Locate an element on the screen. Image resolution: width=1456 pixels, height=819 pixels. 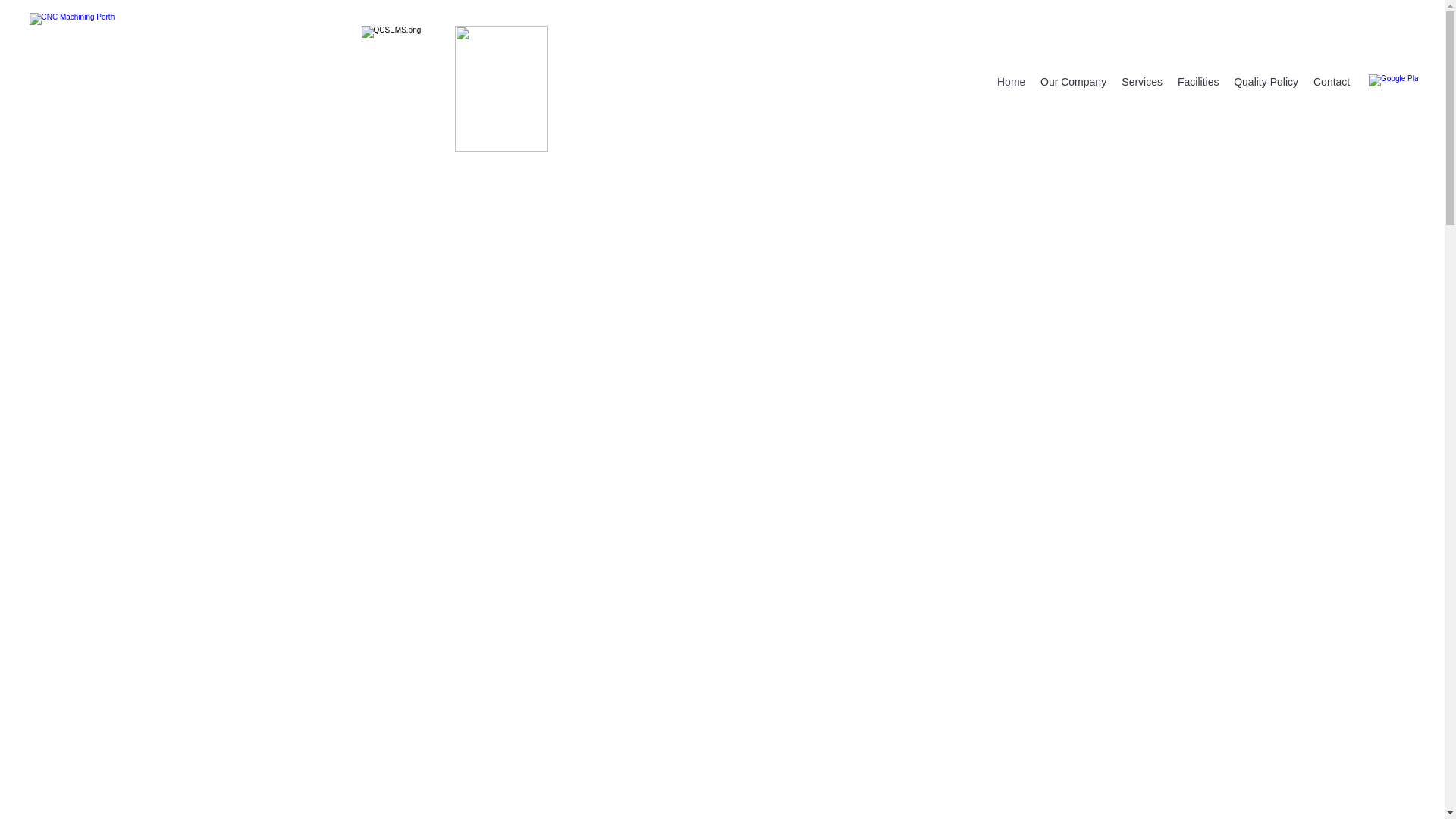
'Services' is located at coordinates (1142, 82).